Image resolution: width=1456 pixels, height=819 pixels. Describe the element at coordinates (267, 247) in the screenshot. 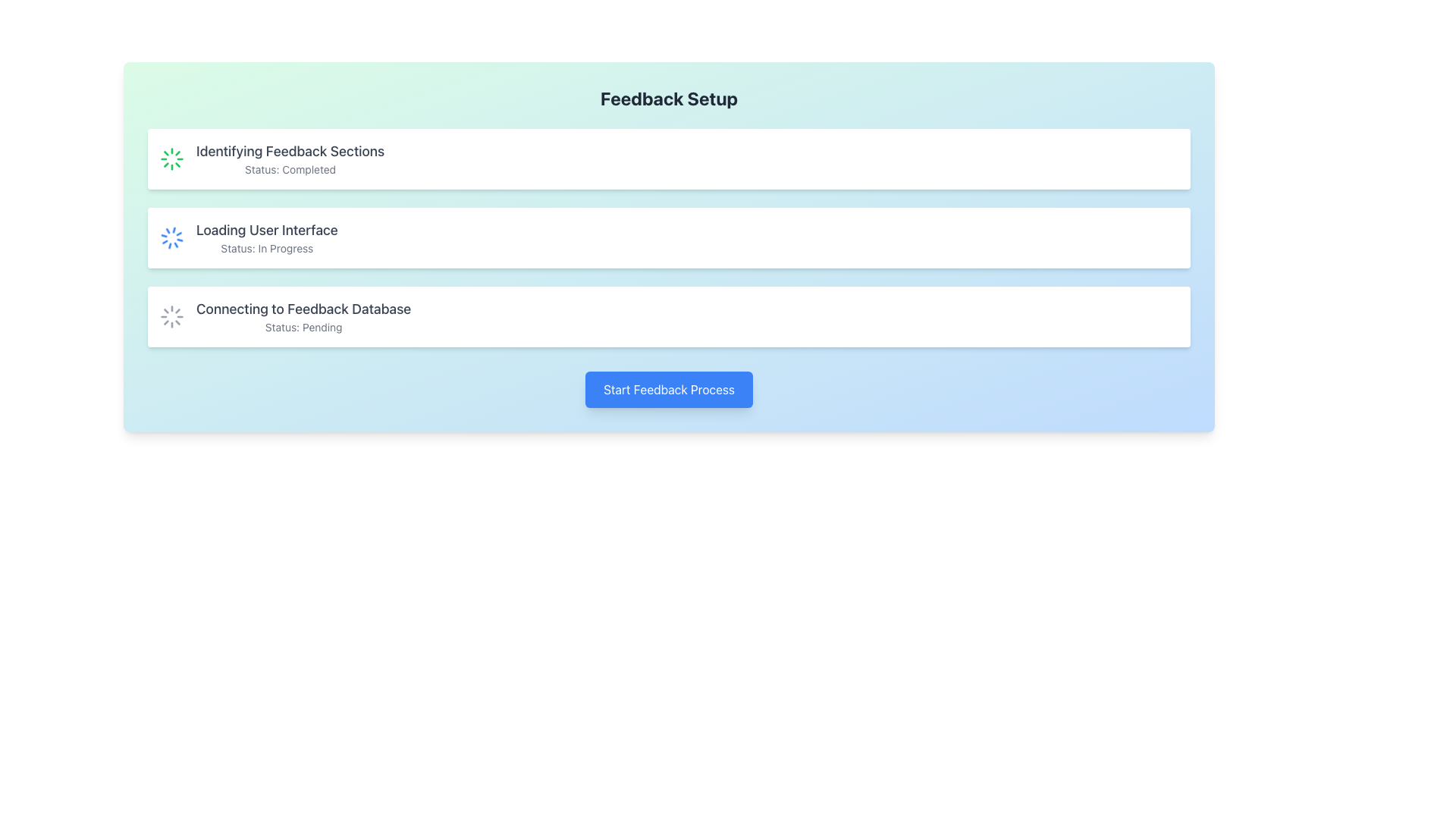

I see `the text label displaying 'Status: In Progress', which is located below the header 'Loading User Interface' within a white rectangular card` at that location.